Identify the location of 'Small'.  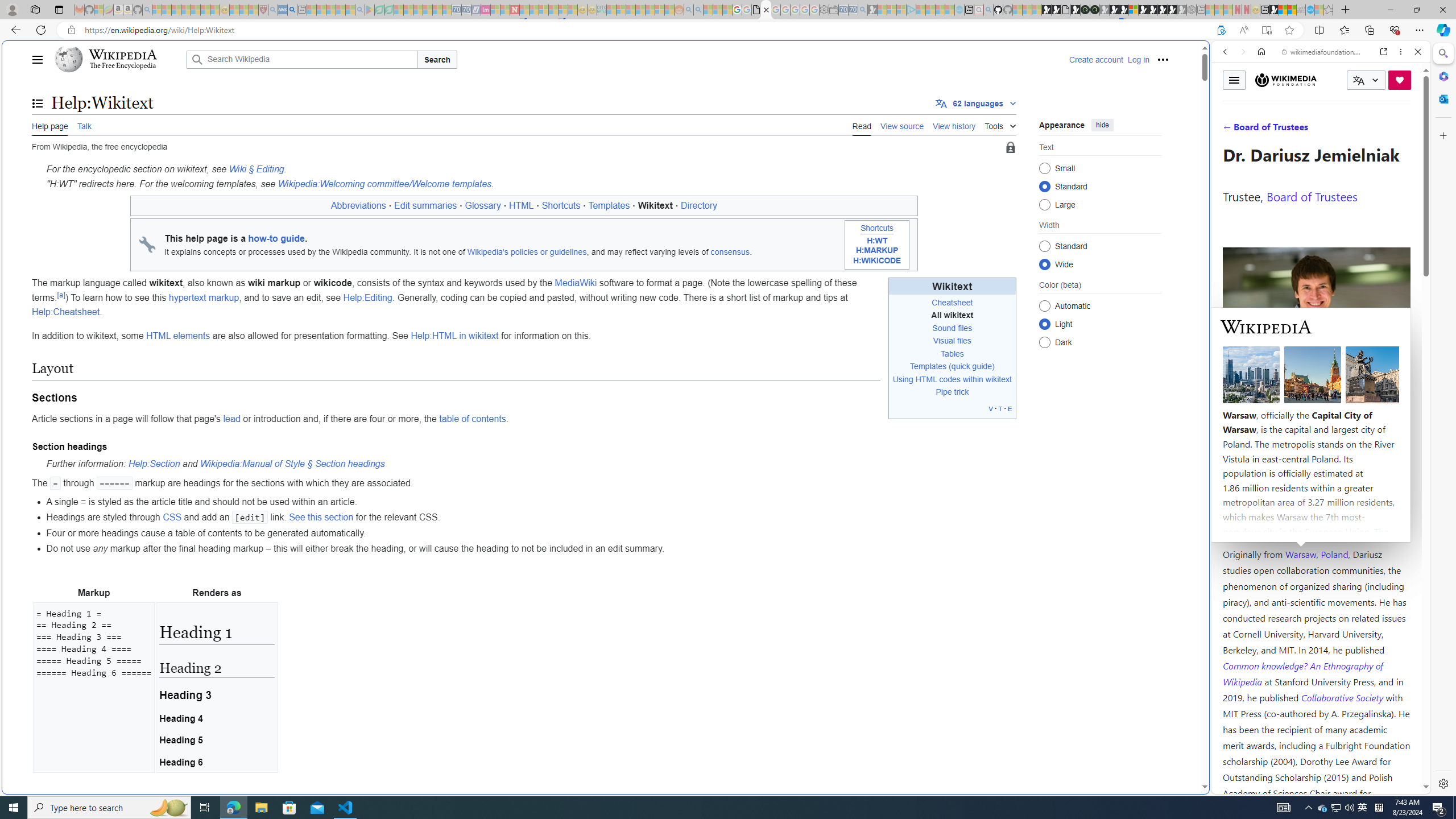
(1044, 167).